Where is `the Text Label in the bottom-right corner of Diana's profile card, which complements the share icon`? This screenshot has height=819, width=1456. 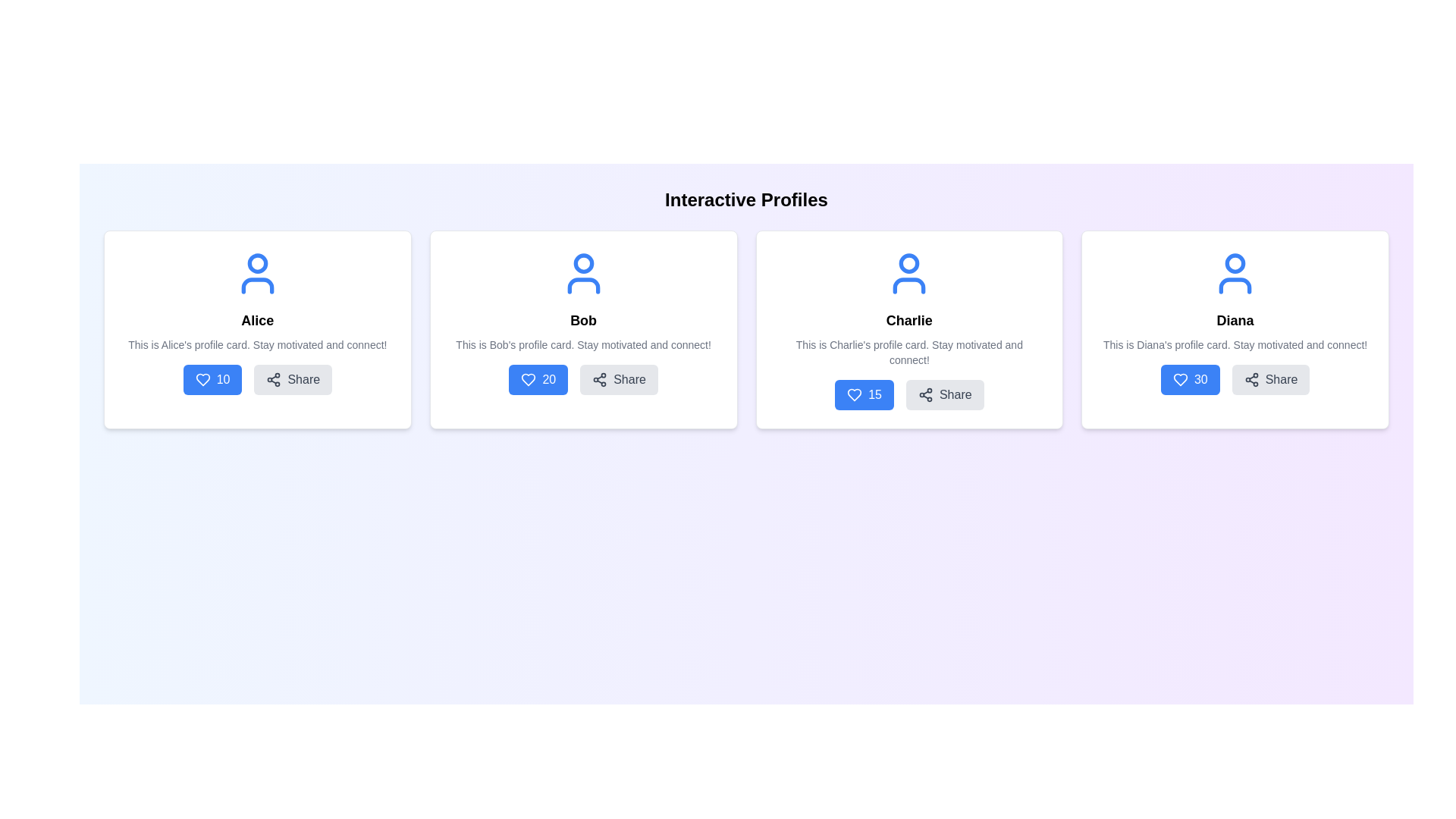
the Text Label in the bottom-right corner of Diana's profile card, which complements the share icon is located at coordinates (1280, 379).